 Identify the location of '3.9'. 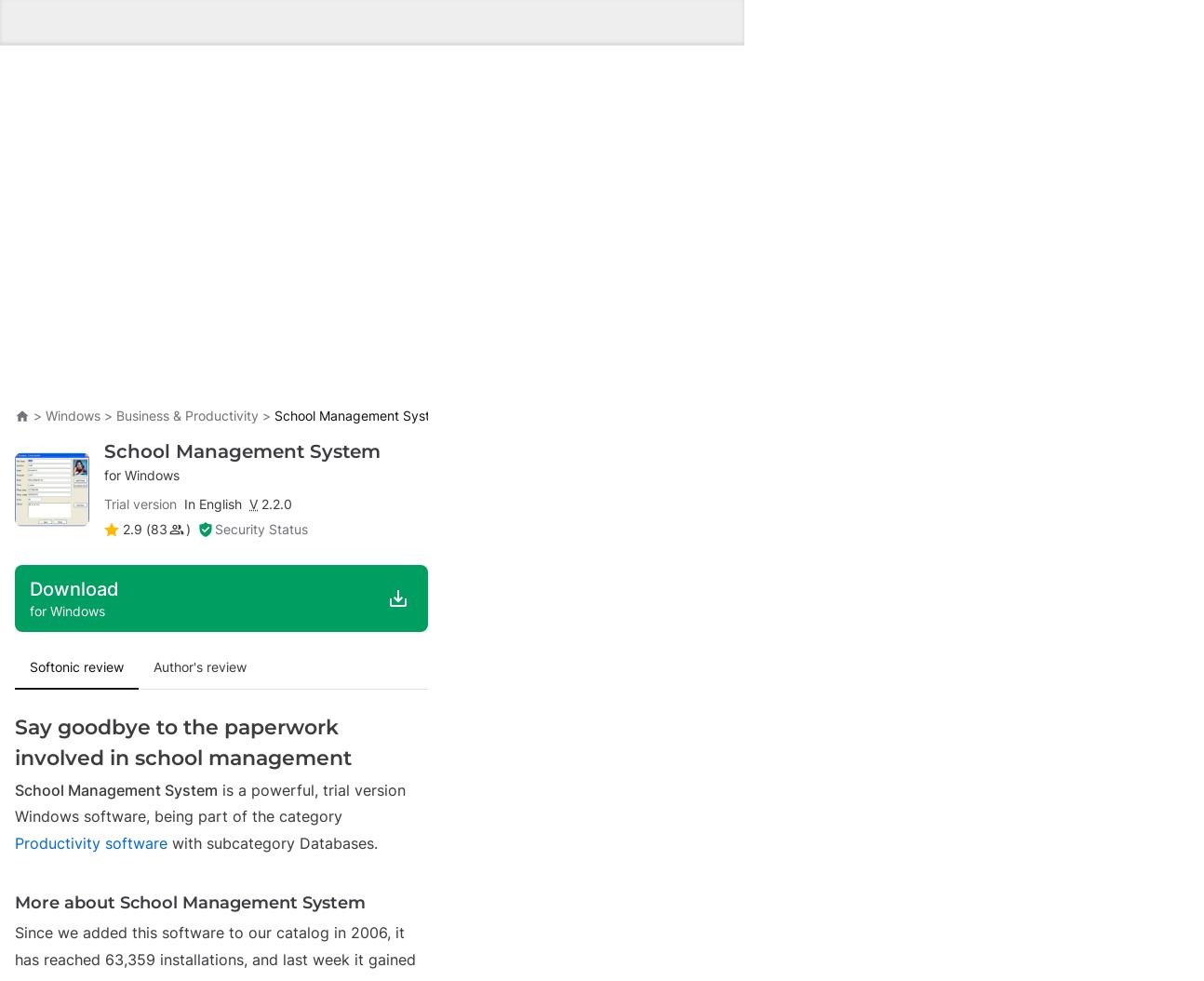
(127, 101).